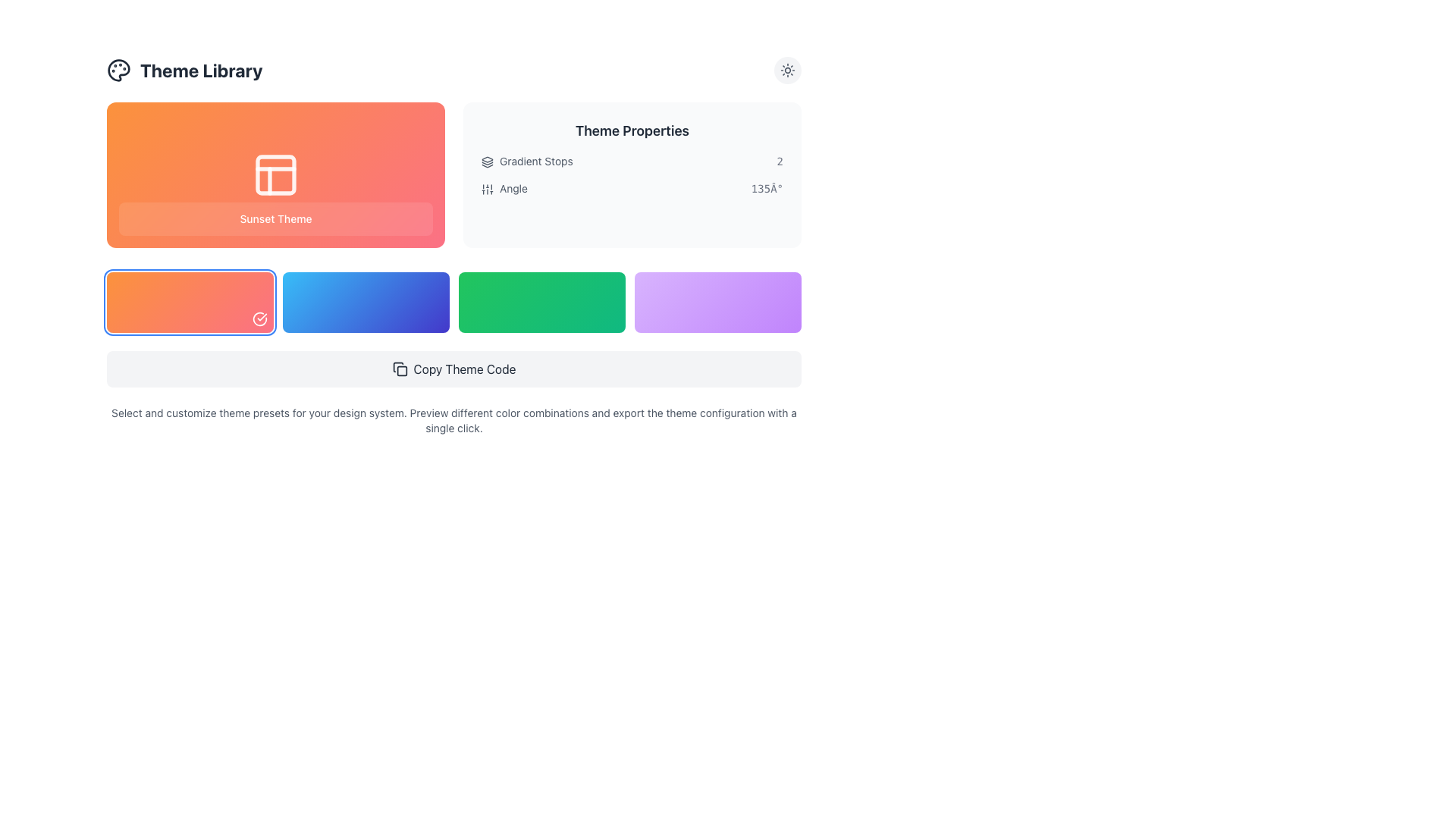  I want to click on the settings adjustment icon resembling vertical sliders, located to the left of the text 'Angle' in the 'Theme Properties' section, so click(488, 189).